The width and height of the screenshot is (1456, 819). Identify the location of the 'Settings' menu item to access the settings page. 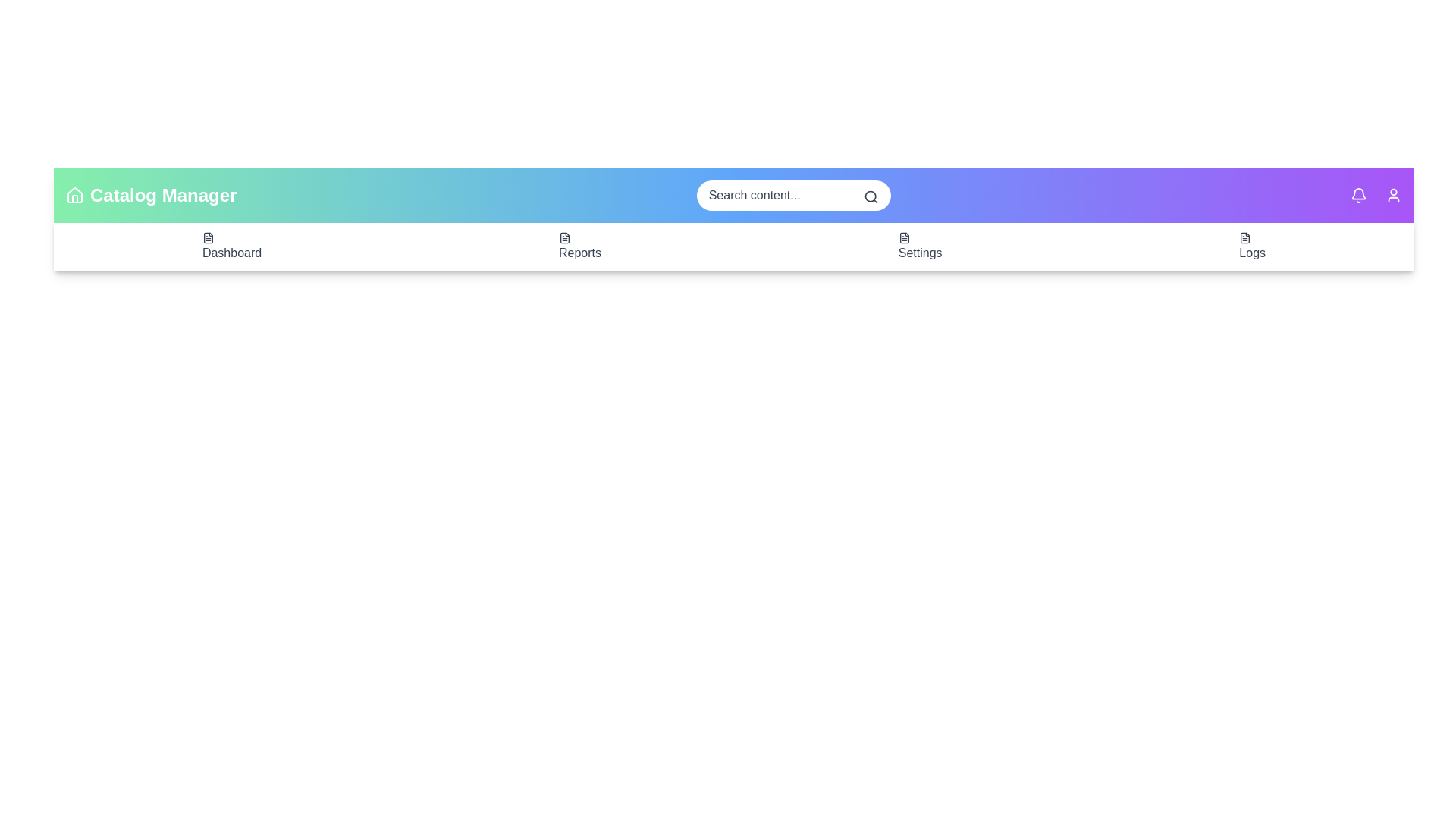
(919, 246).